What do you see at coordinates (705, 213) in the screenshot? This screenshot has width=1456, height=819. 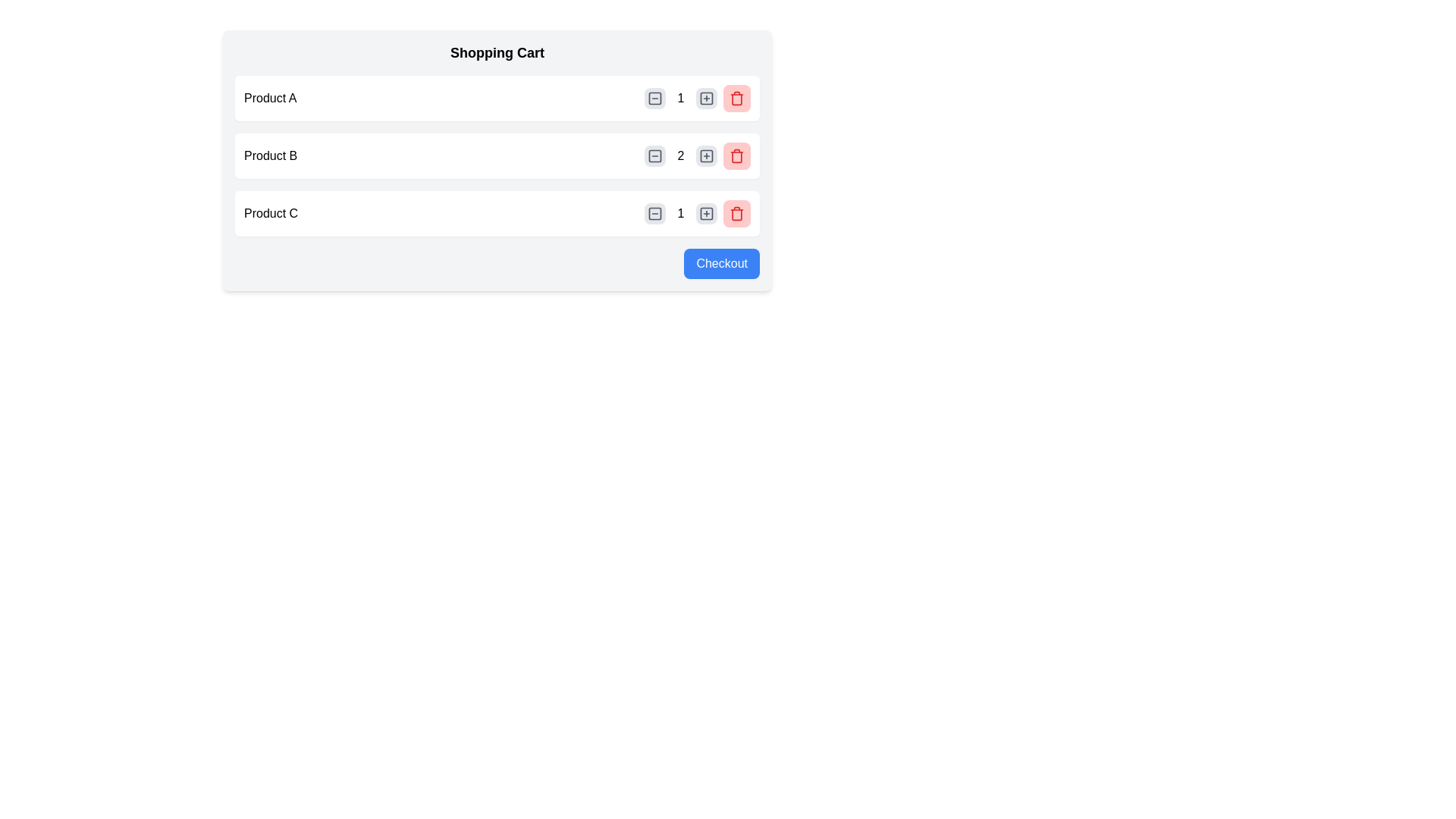 I see `the Decorative SVG element, which is a gray square outline with rounded corners, located within a button interface for adding an item to the cart` at bounding box center [705, 213].